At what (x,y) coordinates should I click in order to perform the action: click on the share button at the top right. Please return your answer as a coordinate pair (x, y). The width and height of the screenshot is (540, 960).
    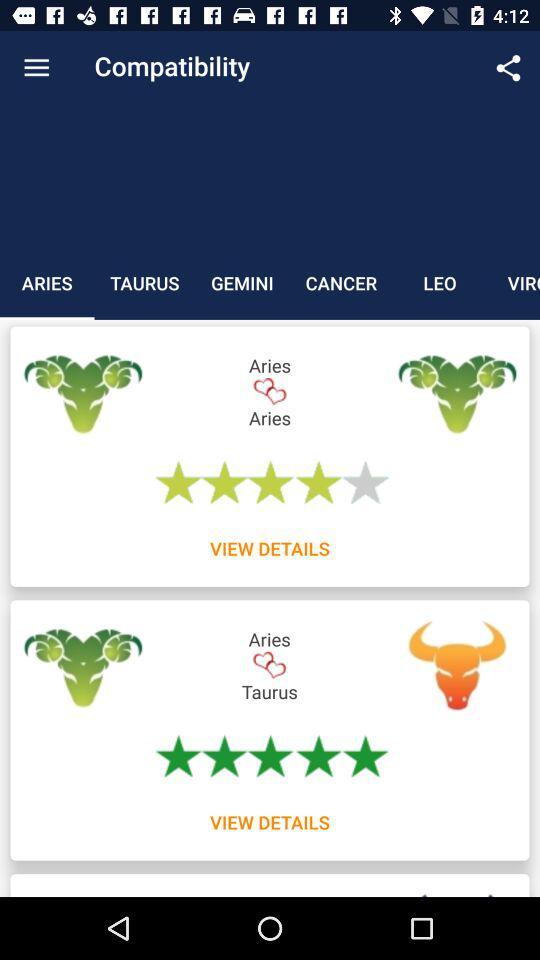
    Looking at the image, I should click on (508, 68).